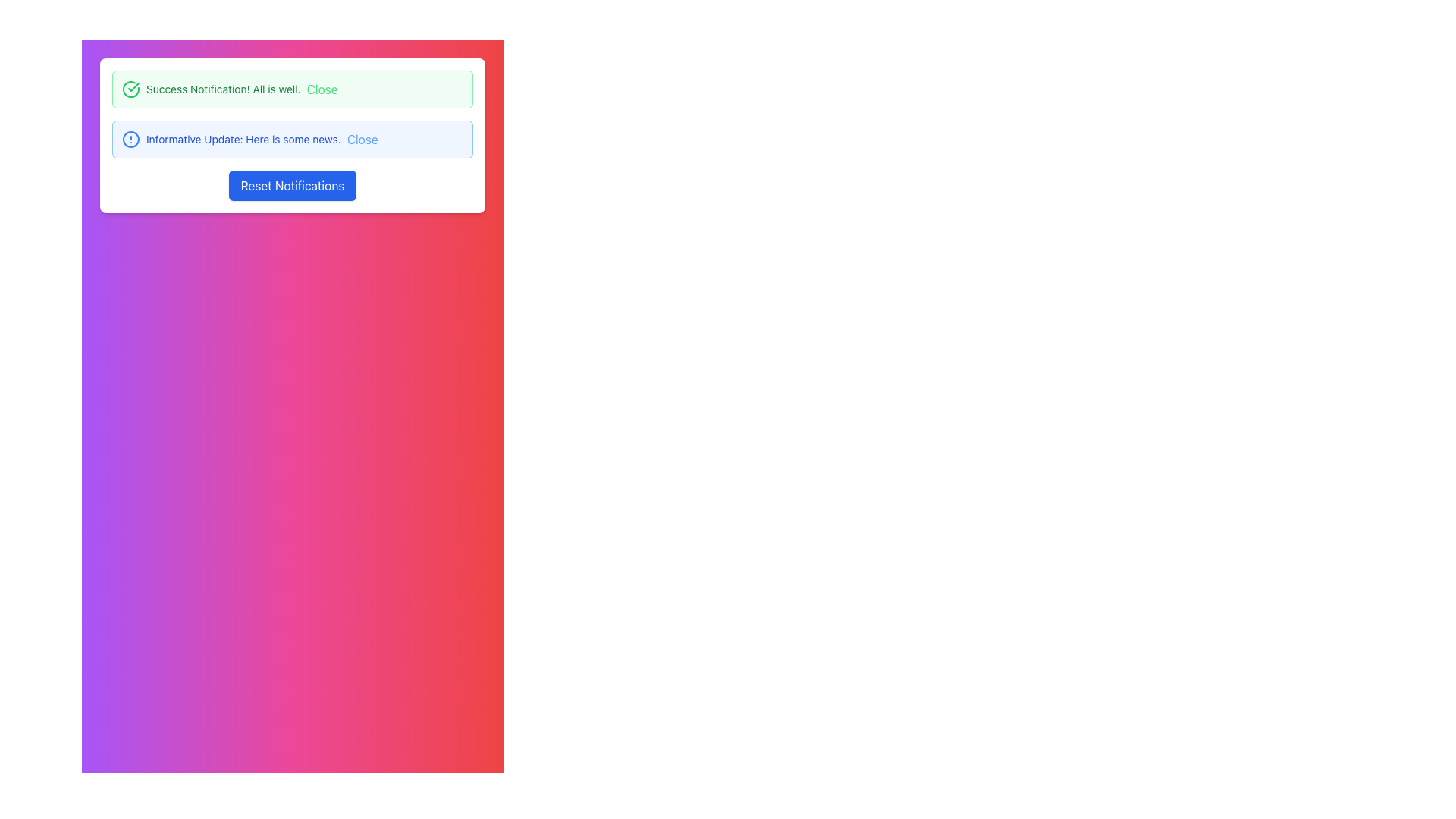 This screenshot has height=819, width=1456. I want to click on the circular graphical component with a blue stroke and transparent fill, located to the left of the text 'Informative Update: Here is some news.', so click(130, 140).